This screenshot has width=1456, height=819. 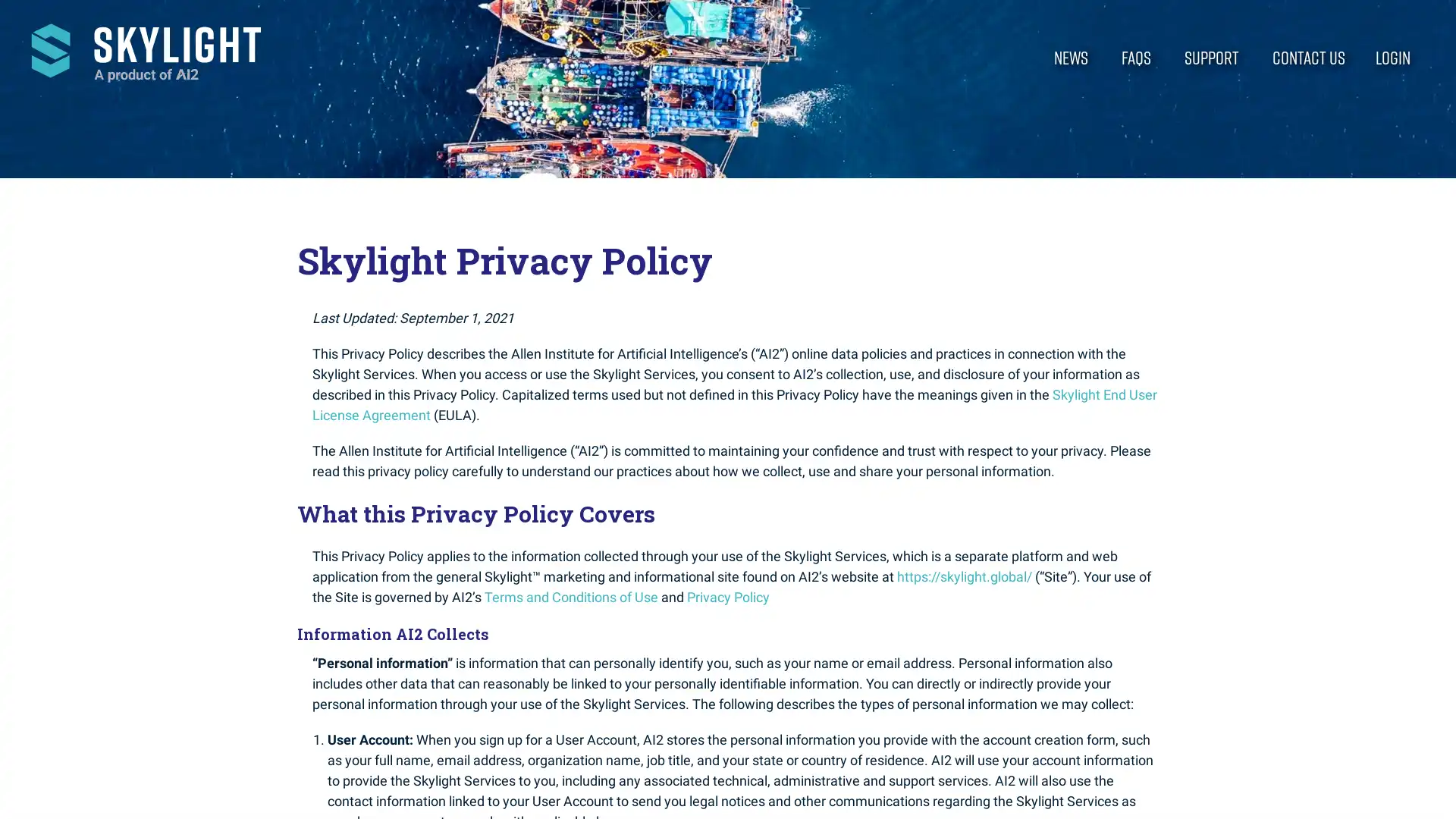 I want to click on Cookies Settings, so click(x=1058, y=786).